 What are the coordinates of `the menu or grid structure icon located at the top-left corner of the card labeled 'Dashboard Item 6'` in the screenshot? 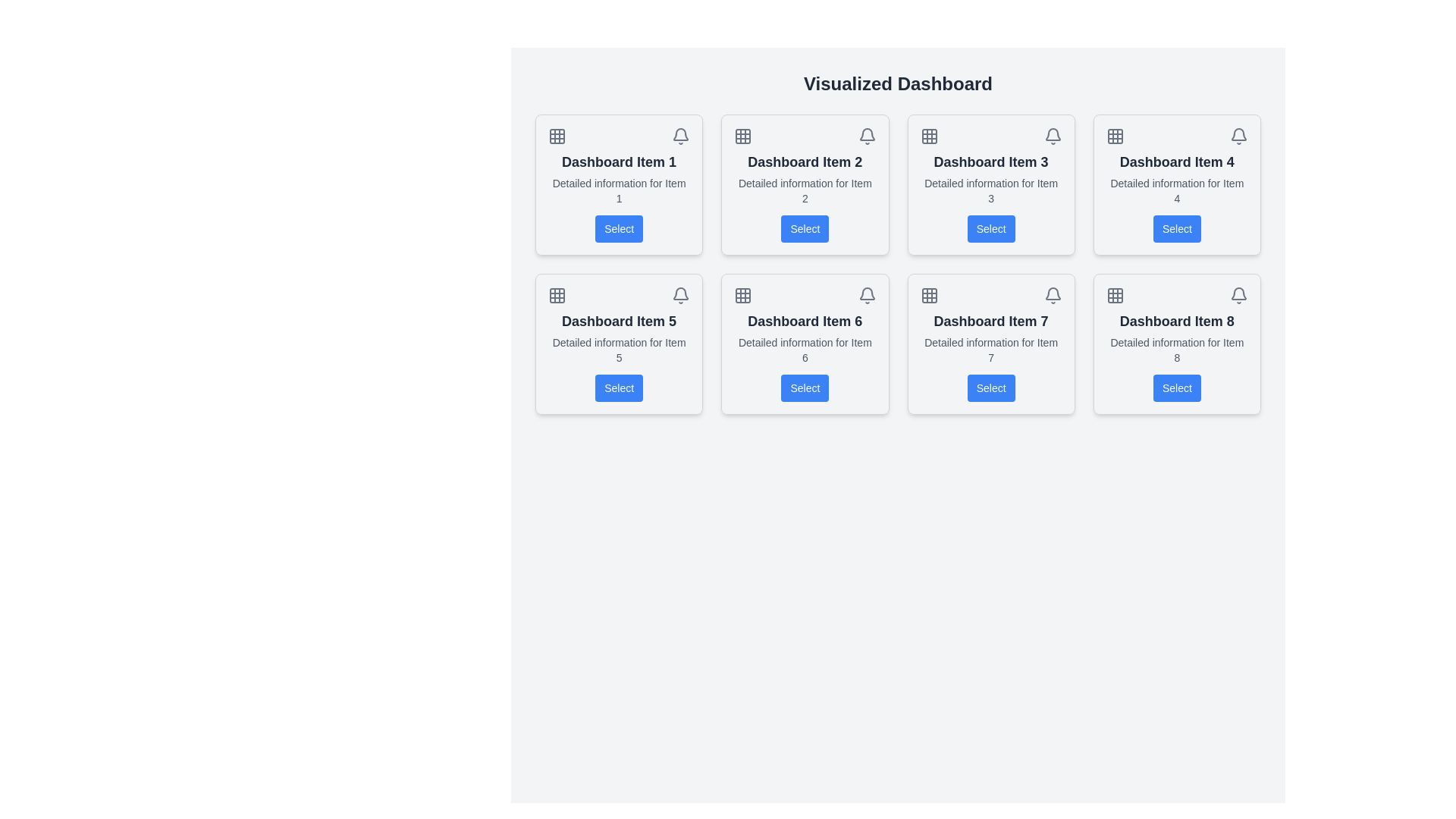 It's located at (743, 295).